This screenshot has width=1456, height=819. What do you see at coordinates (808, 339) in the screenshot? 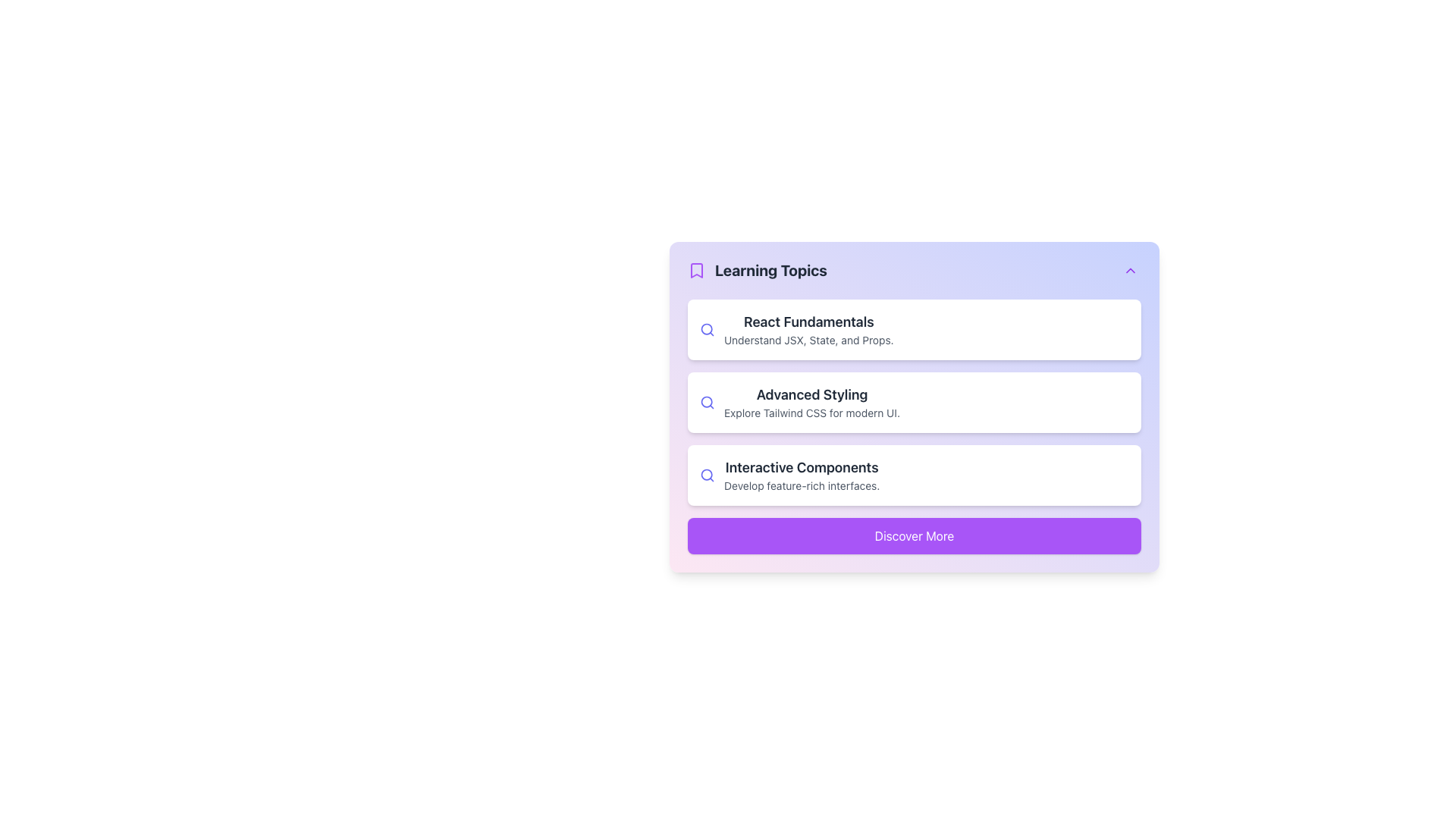
I see `the text snippet styled in a smaller font size and gray color located beneath the 'React Fundamentals' heading in the Learning Topics section` at bounding box center [808, 339].